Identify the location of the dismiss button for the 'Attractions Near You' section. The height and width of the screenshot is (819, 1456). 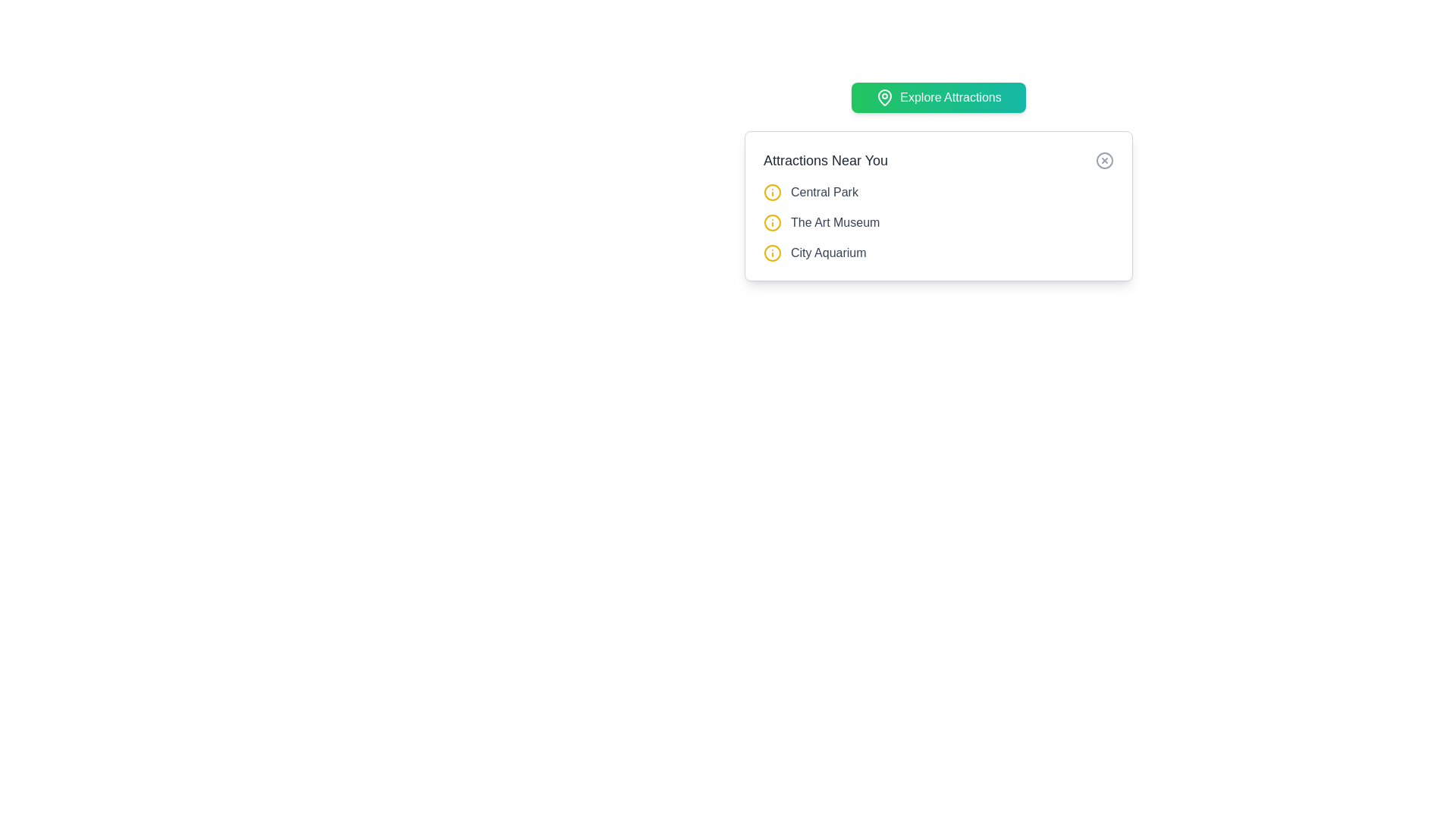
(1105, 161).